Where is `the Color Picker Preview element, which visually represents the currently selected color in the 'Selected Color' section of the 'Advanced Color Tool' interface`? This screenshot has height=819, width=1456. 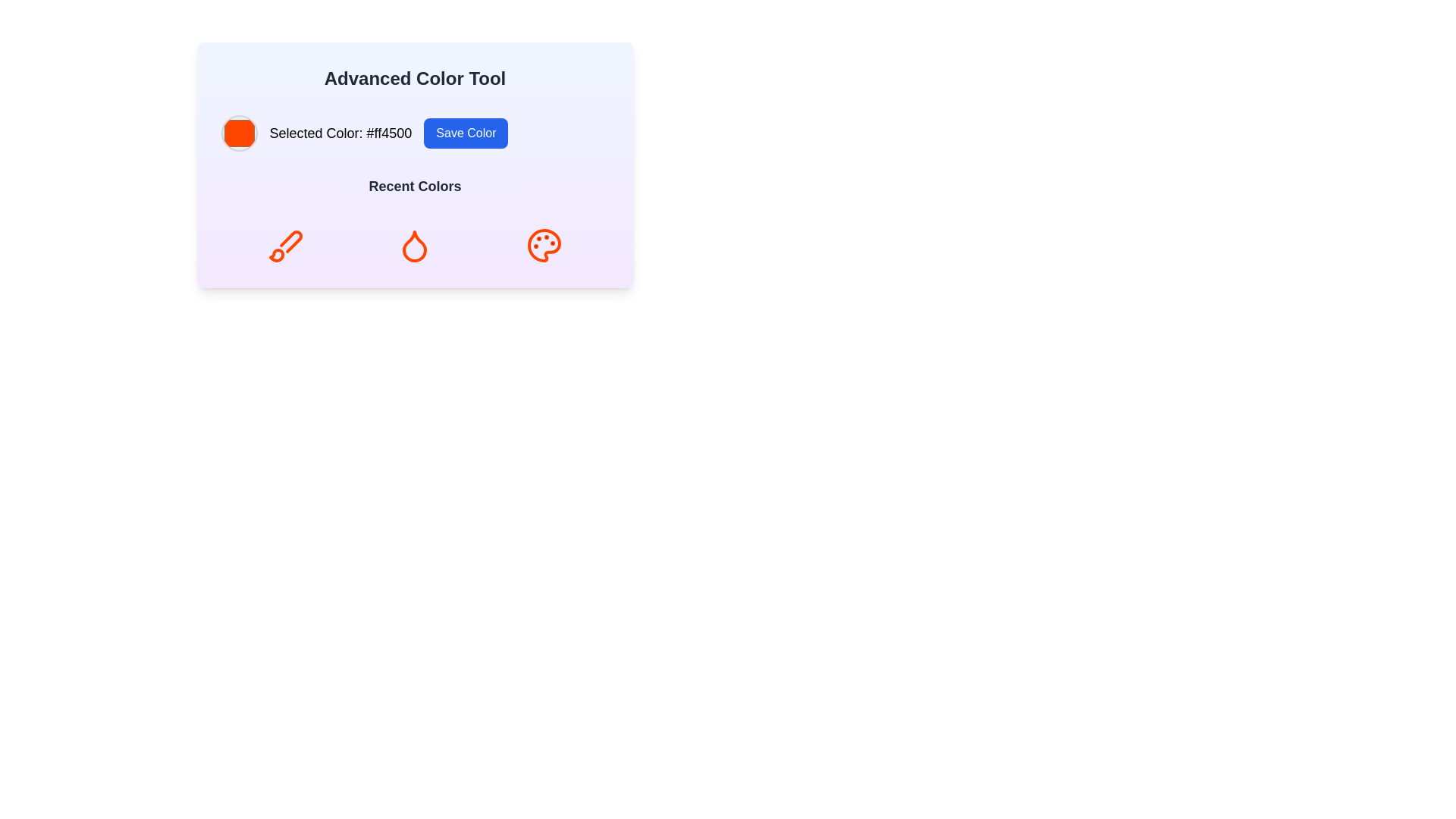 the Color Picker Preview element, which visually represents the currently selected color in the 'Selected Color' section of the 'Advanced Color Tool' interface is located at coordinates (238, 133).